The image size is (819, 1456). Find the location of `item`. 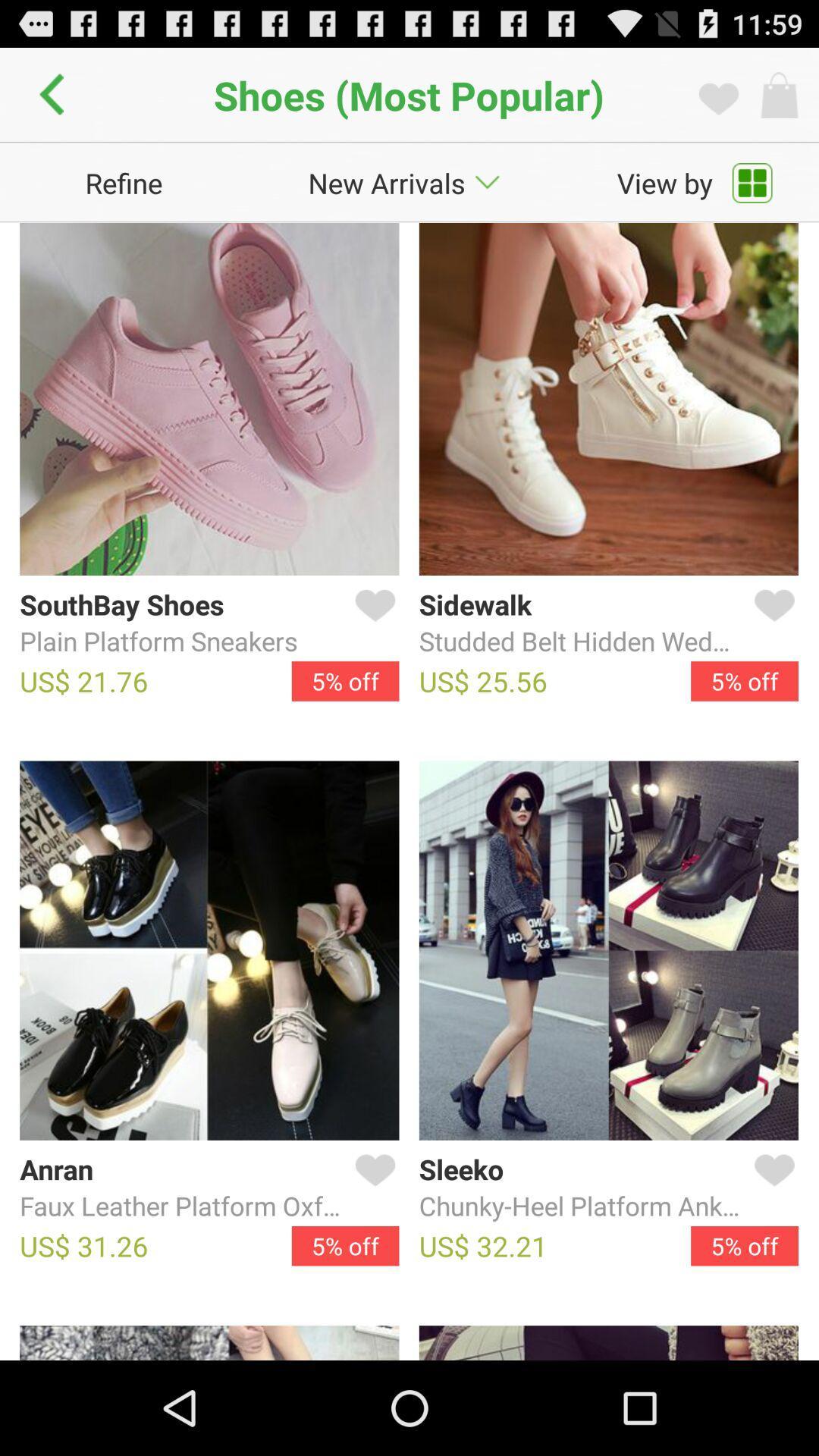

item is located at coordinates (372, 623).